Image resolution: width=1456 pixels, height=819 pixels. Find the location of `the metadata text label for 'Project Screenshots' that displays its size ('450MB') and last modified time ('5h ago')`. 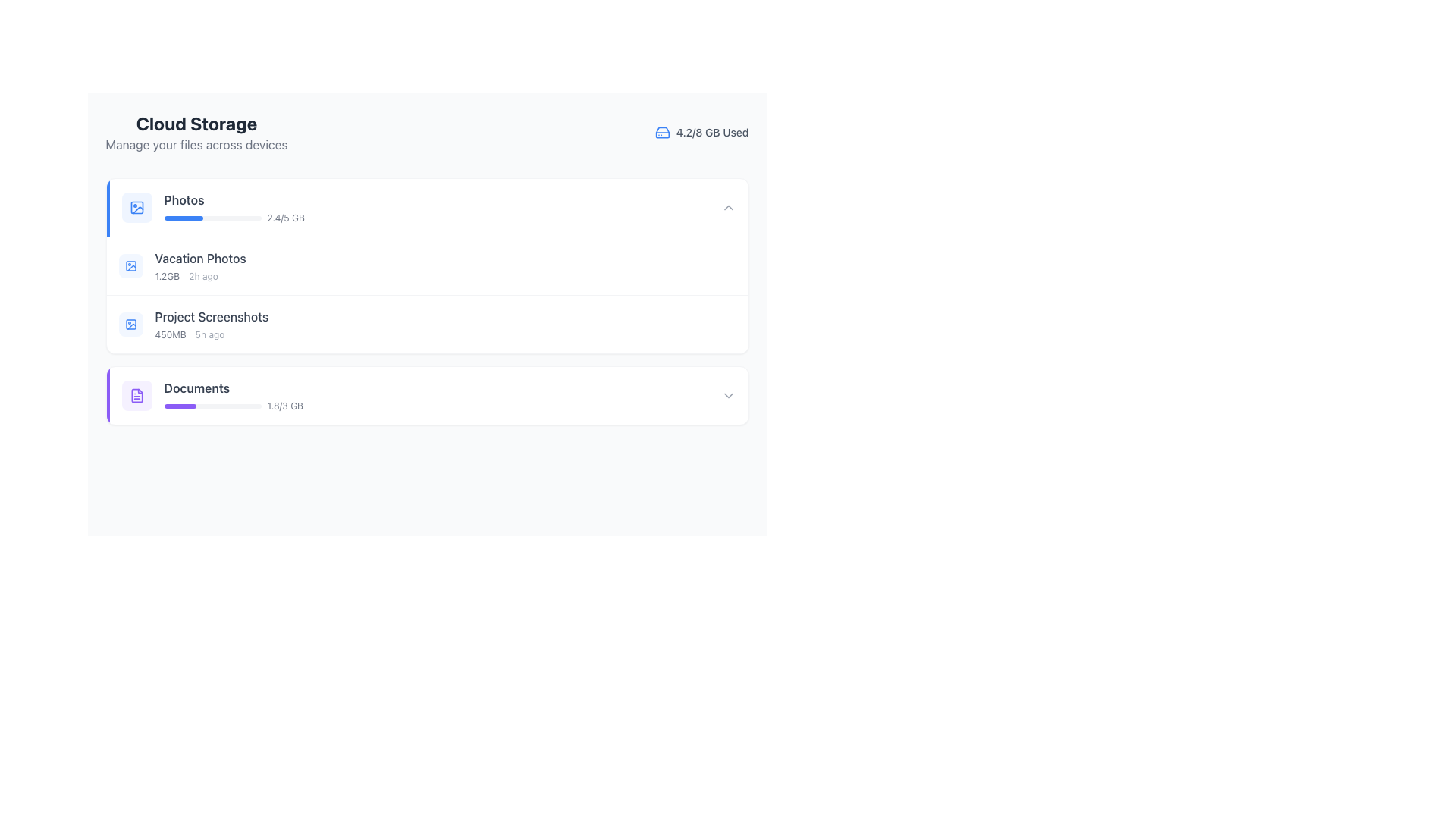

the metadata text label for 'Project Screenshots' that displays its size ('450MB') and last modified time ('5h ago') is located at coordinates (211, 334).